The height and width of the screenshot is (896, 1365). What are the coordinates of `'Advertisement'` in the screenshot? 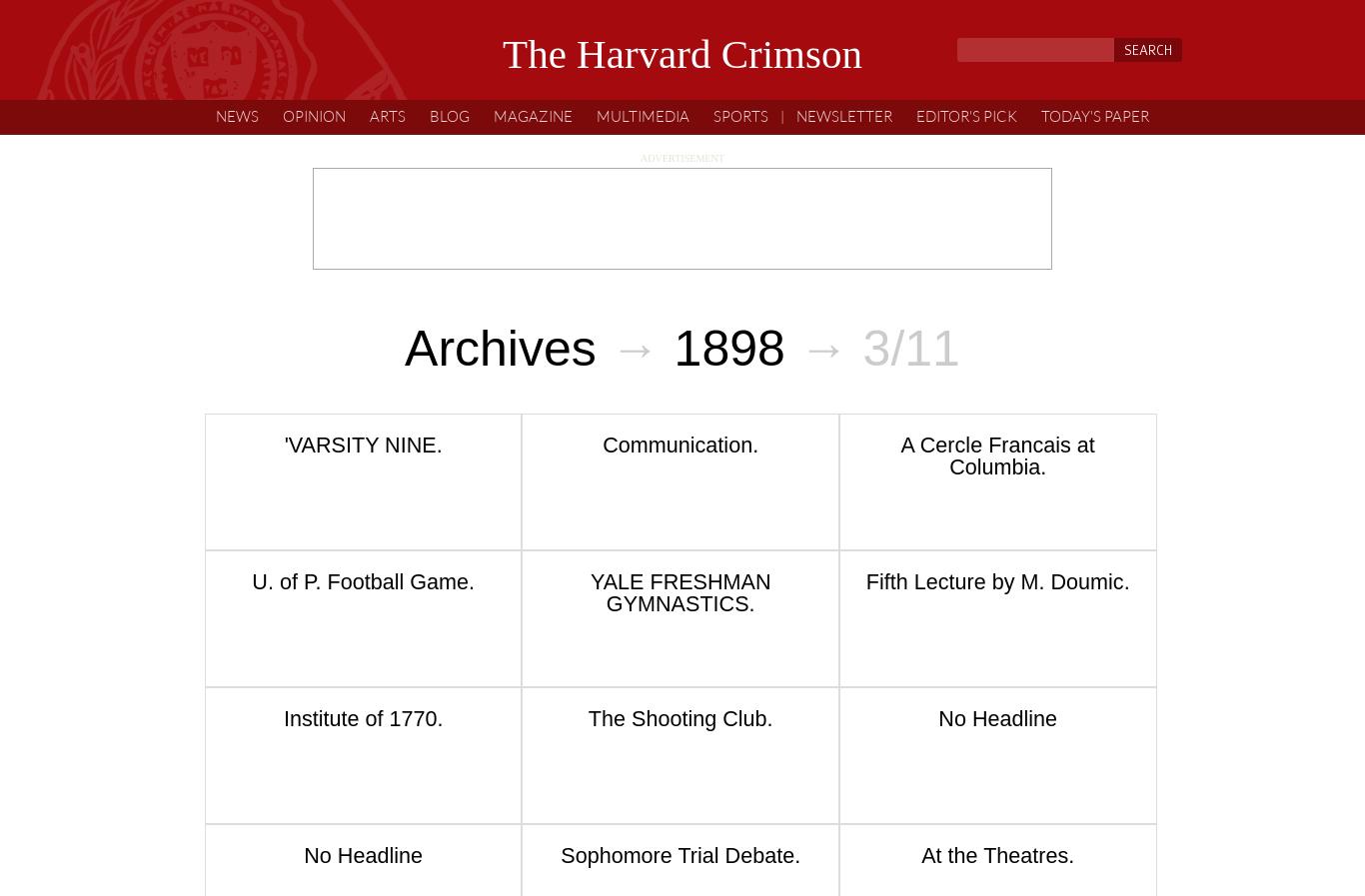 It's located at (640, 156).